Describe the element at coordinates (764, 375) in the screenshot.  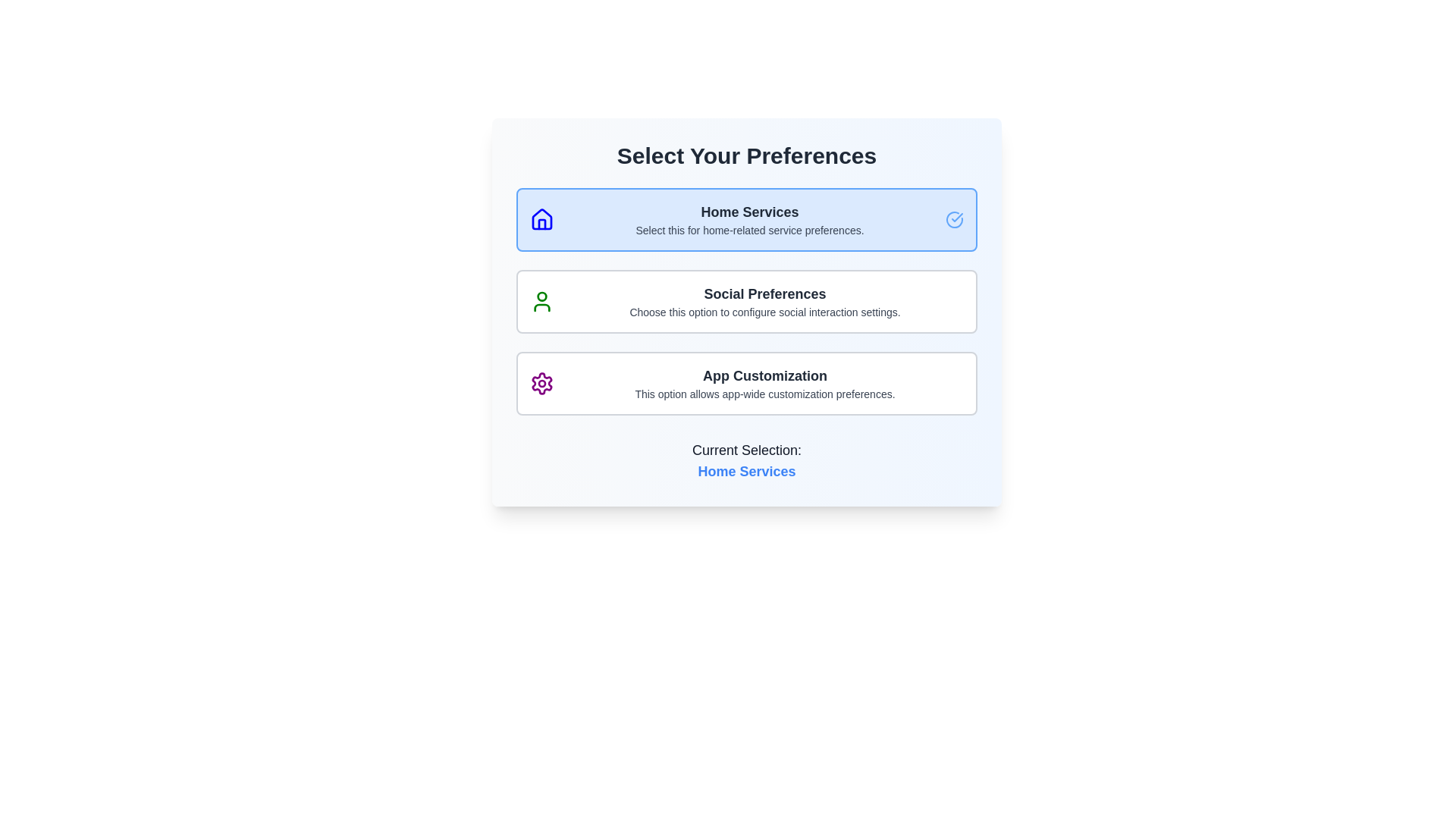
I see `the 'App Customization' text label, which is styled with a large, bold font and dark gray color, serving as a section header within the interface` at that location.